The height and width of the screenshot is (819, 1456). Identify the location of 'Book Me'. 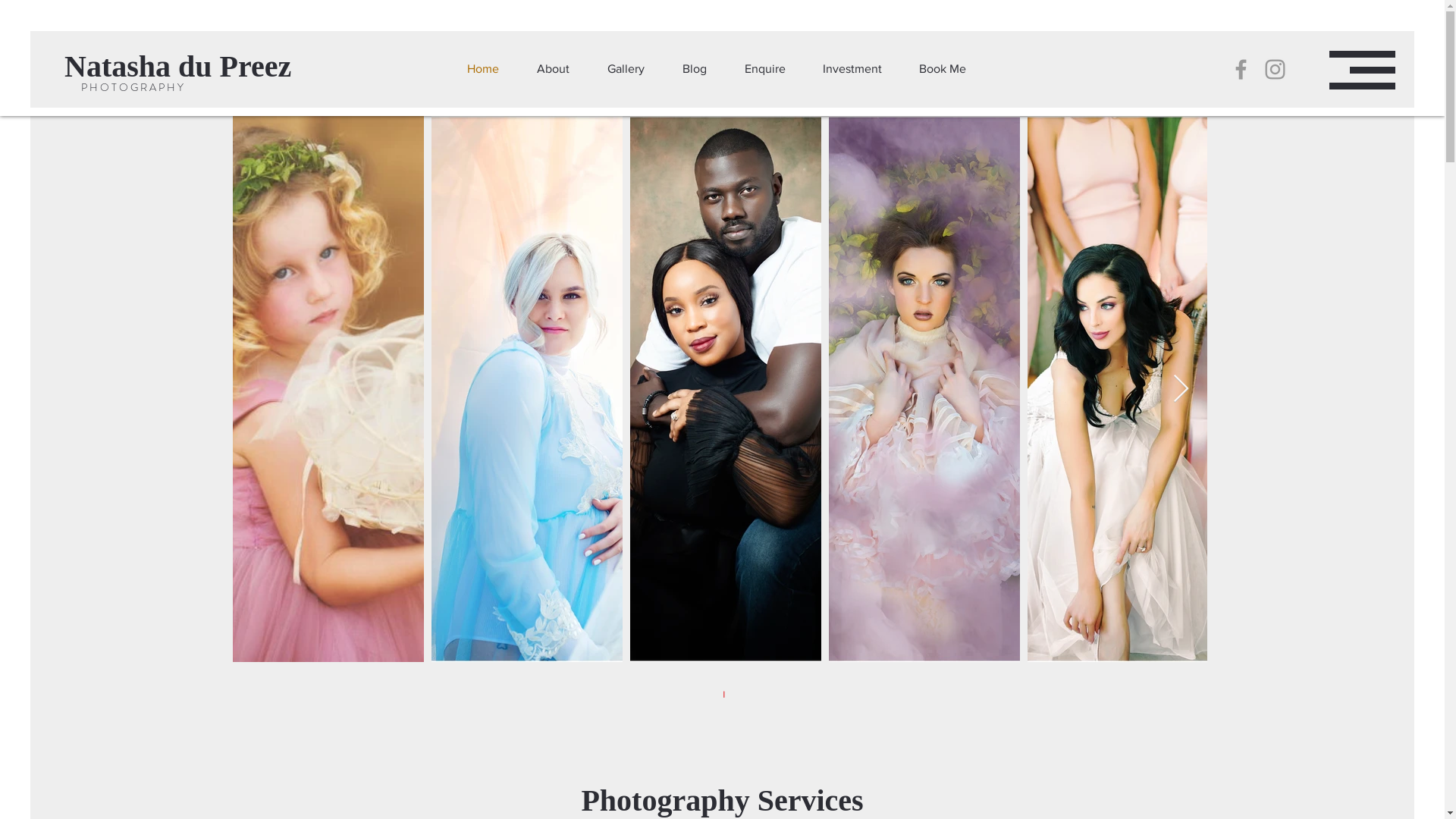
(942, 69).